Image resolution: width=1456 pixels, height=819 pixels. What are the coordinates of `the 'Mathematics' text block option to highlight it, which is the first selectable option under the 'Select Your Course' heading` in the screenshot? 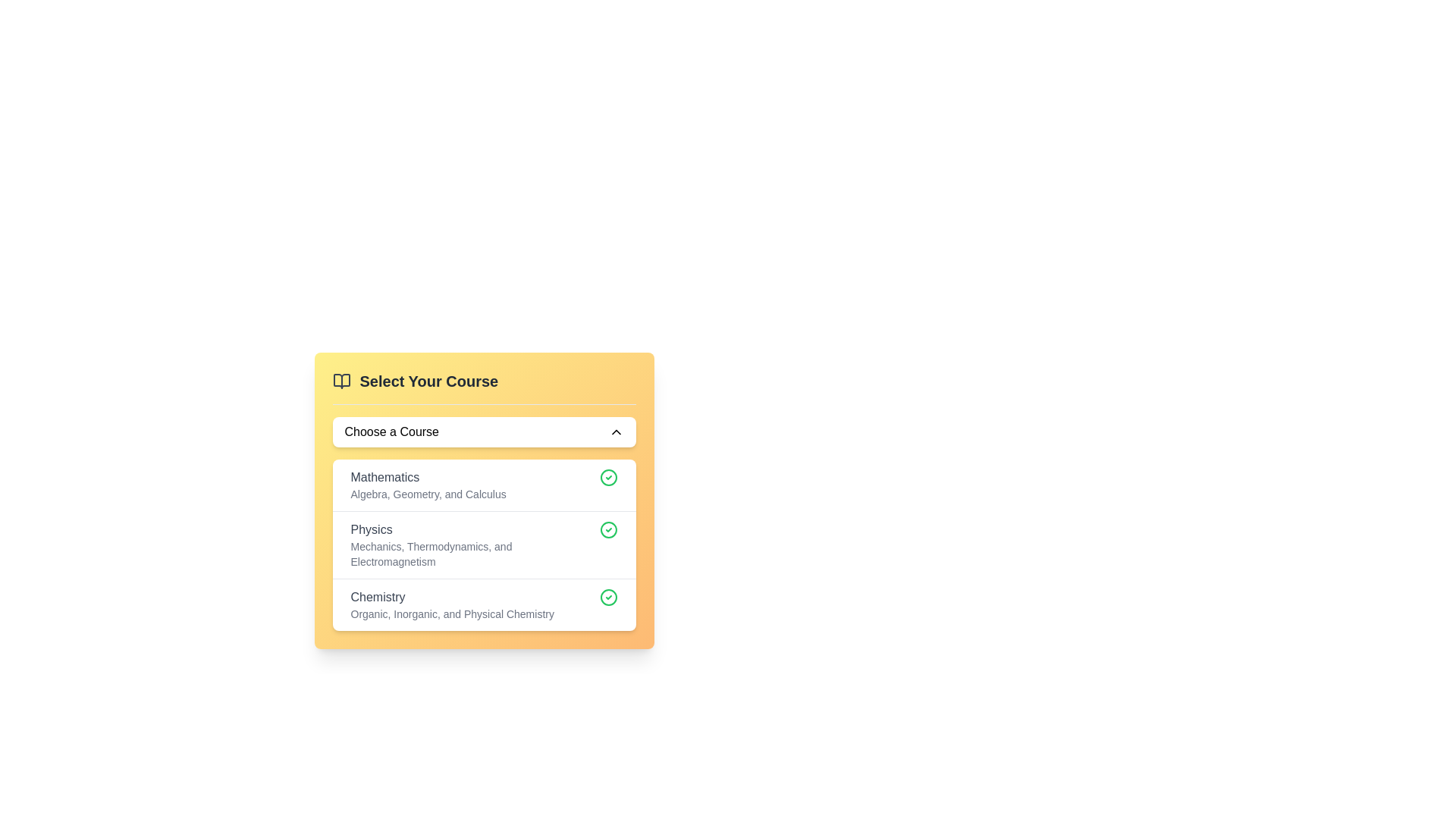 It's located at (483, 500).